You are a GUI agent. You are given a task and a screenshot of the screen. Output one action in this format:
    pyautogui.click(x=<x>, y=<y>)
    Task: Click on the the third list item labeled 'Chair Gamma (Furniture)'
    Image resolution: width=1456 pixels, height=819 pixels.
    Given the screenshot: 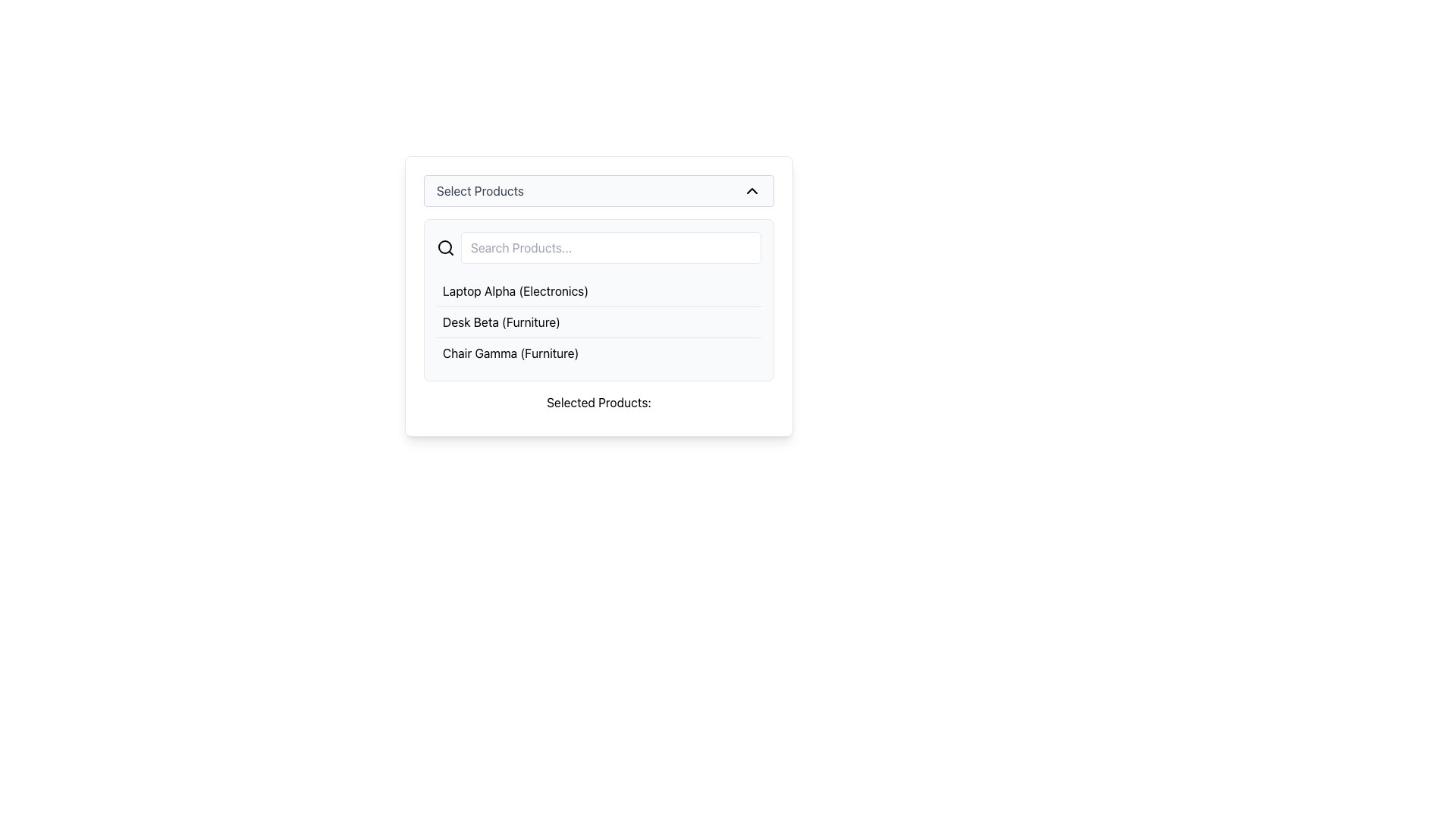 What is the action you would take?
    pyautogui.click(x=598, y=353)
    